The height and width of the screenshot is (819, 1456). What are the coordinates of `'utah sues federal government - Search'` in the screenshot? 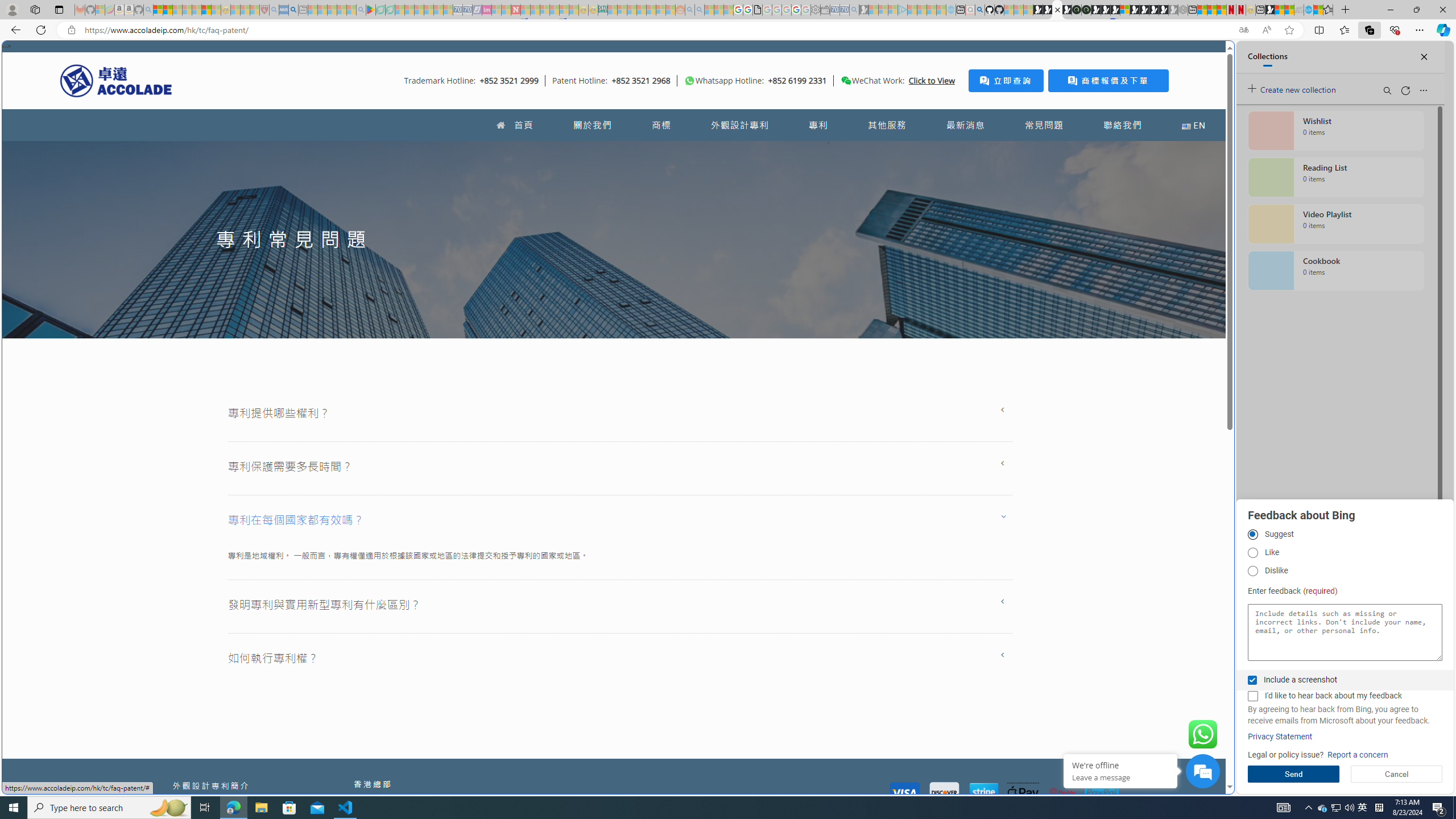 It's located at (923, 388).